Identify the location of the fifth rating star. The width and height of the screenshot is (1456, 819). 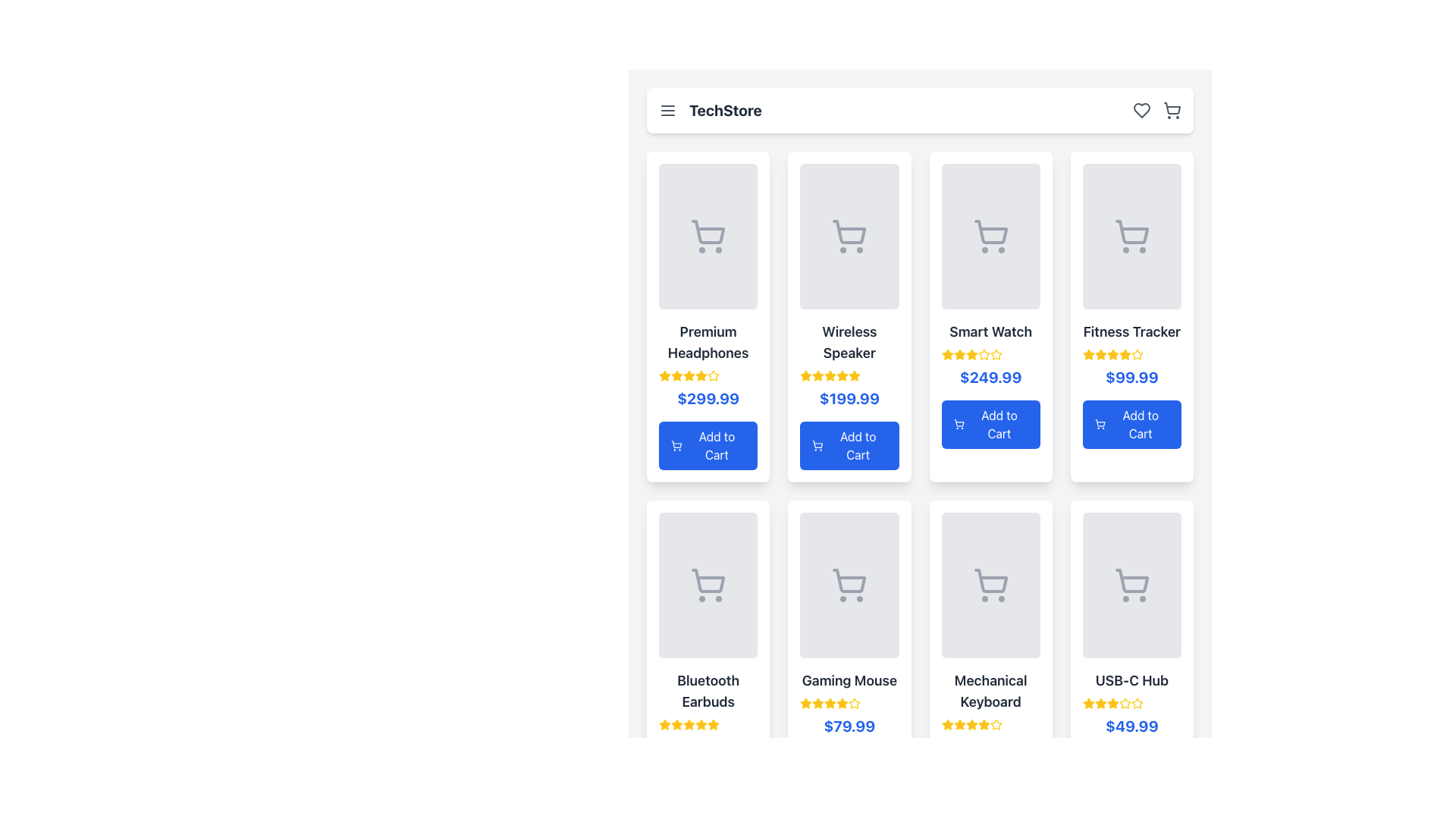
(996, 354).